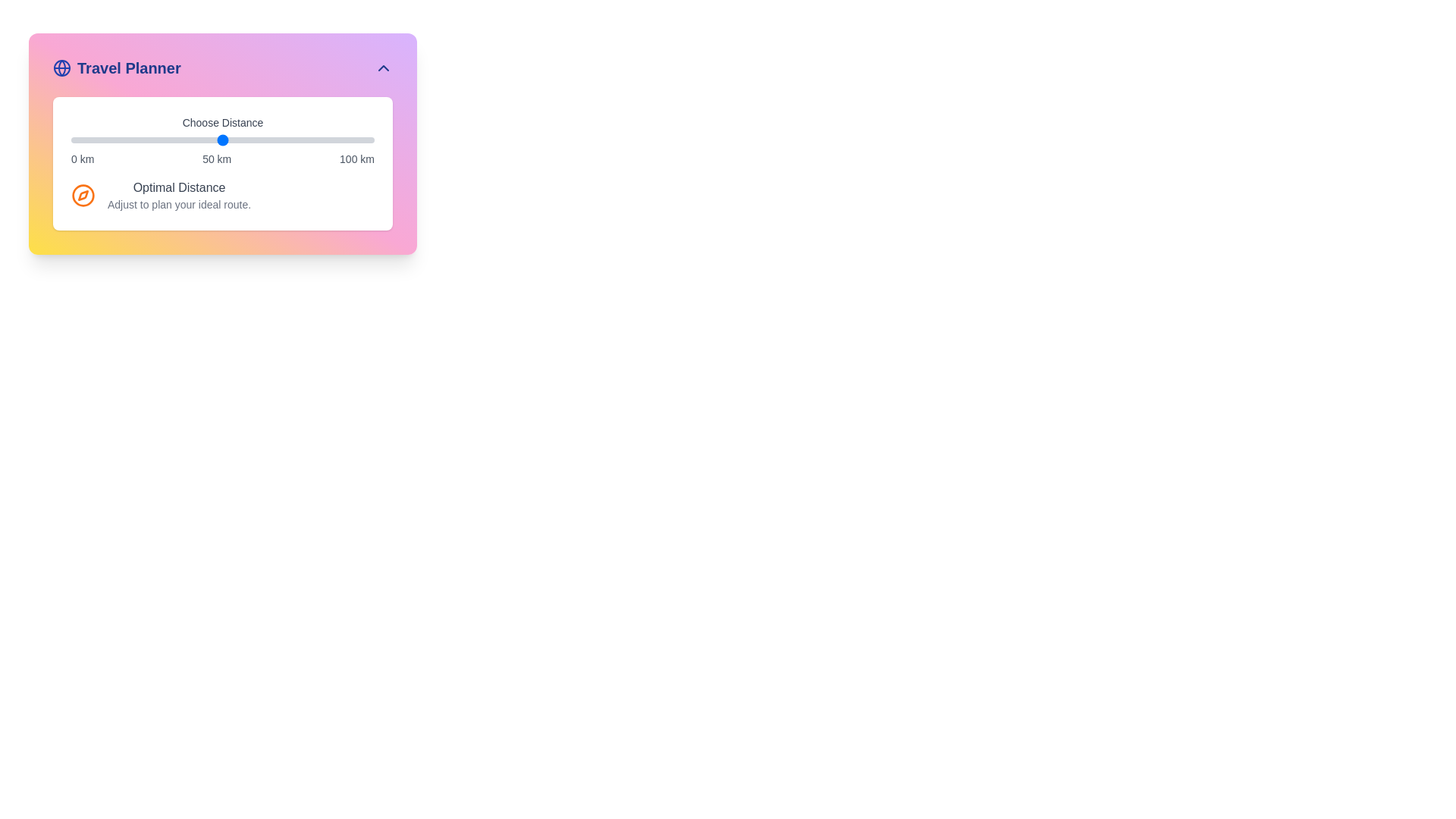 Image resolution: width=1456 pixels, height=819 pixels. Describe the element at coordinates (295, 140) in the screenshot. I see `the slider` at that location.